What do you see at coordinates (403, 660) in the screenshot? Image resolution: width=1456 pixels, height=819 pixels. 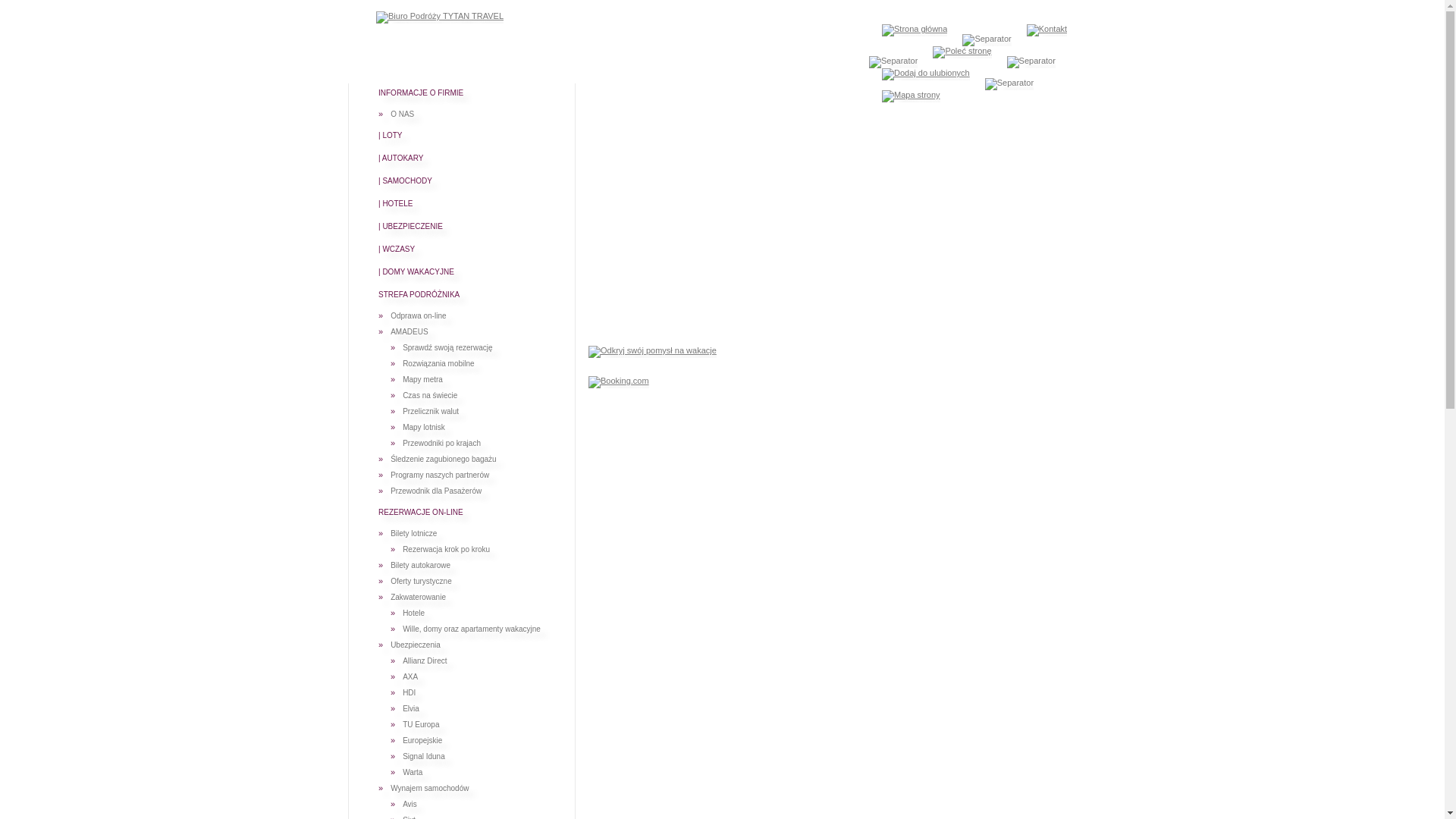 I see `'Allianz Direct'` at bounding box center [403, 660].